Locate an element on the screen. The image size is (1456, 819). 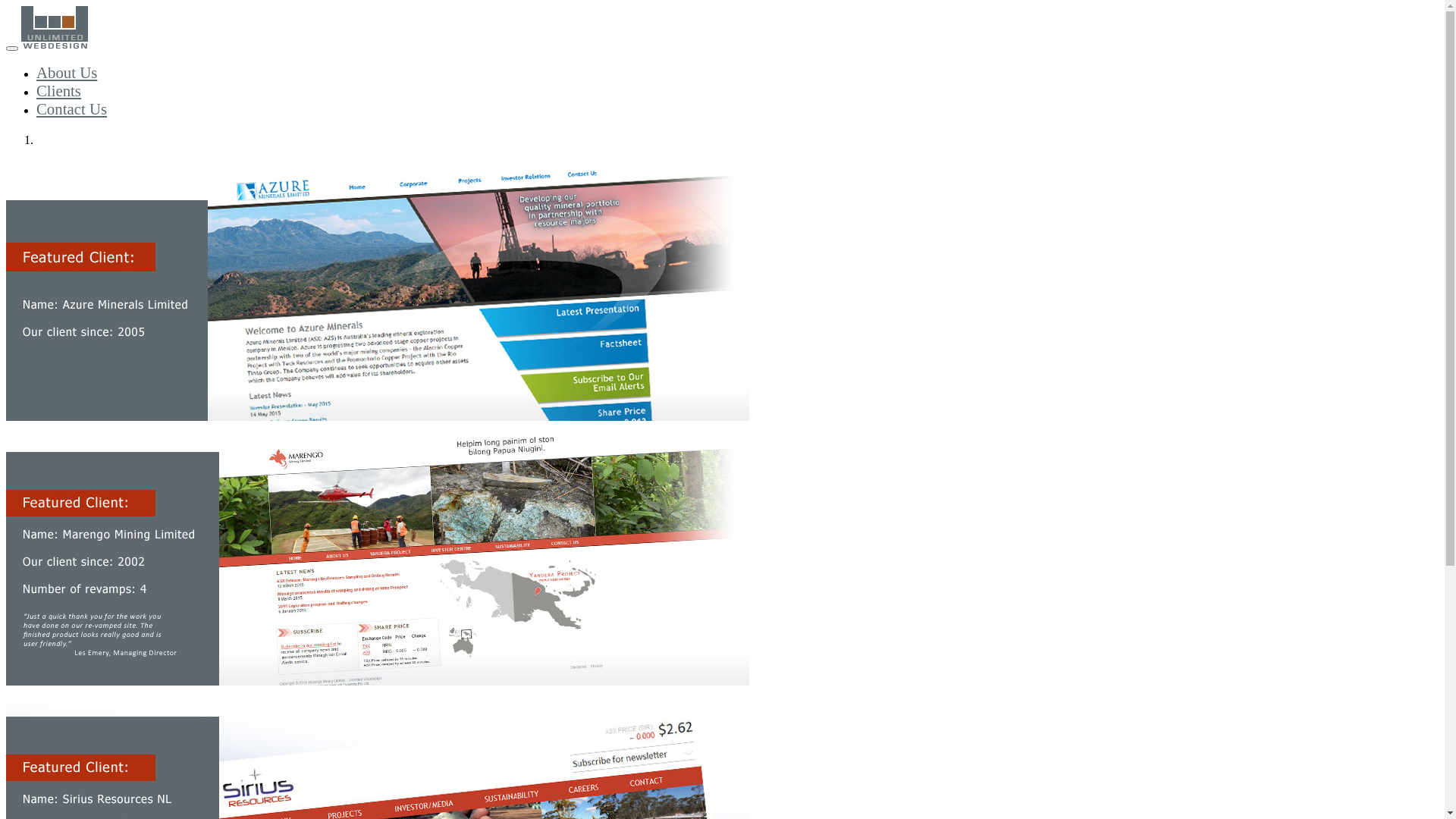
'Contact Us' is located at coordinates (36, 108).